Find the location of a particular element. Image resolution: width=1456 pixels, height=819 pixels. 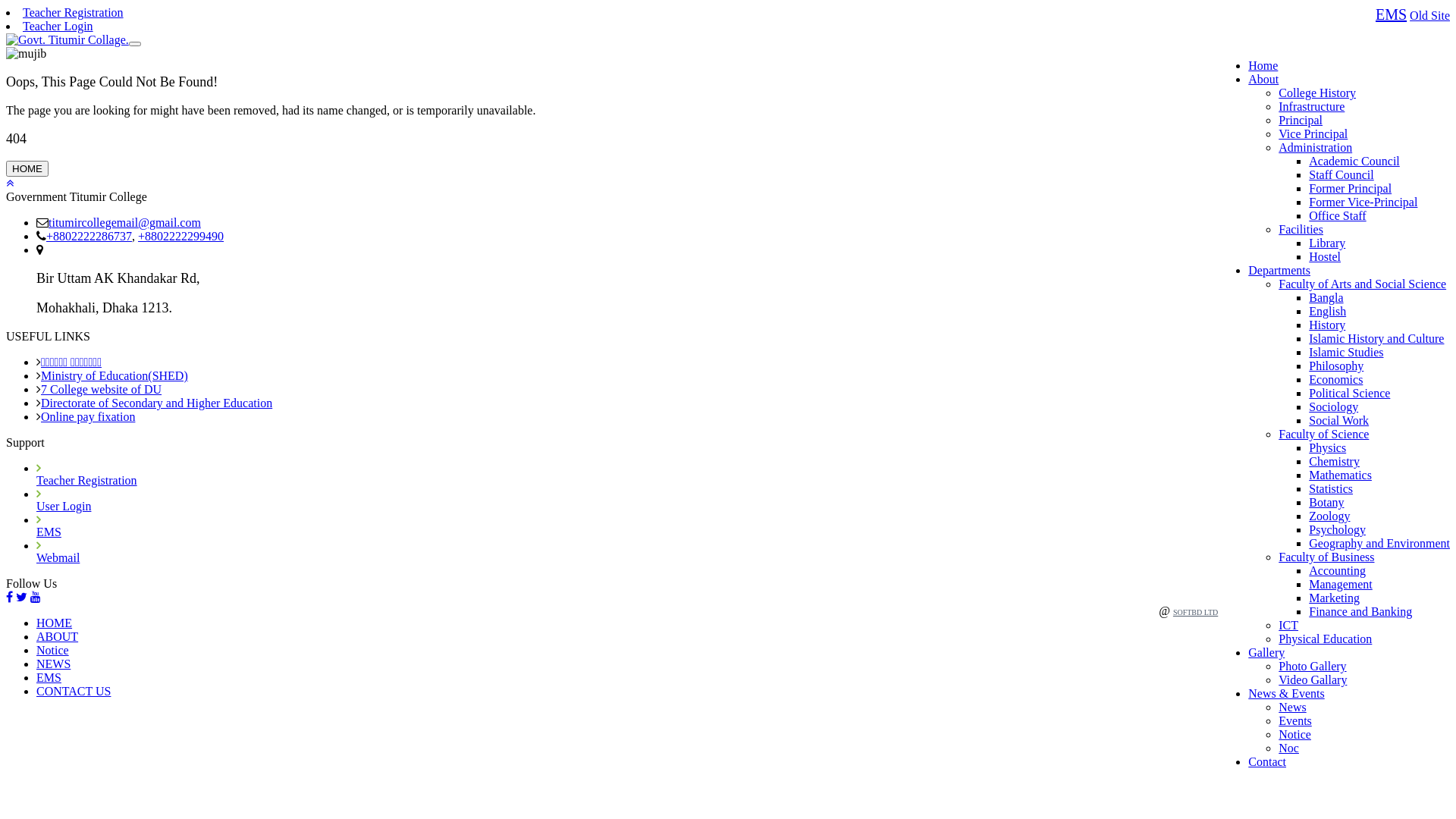

'Teacher Registration' is located at coordinates (86, 480).